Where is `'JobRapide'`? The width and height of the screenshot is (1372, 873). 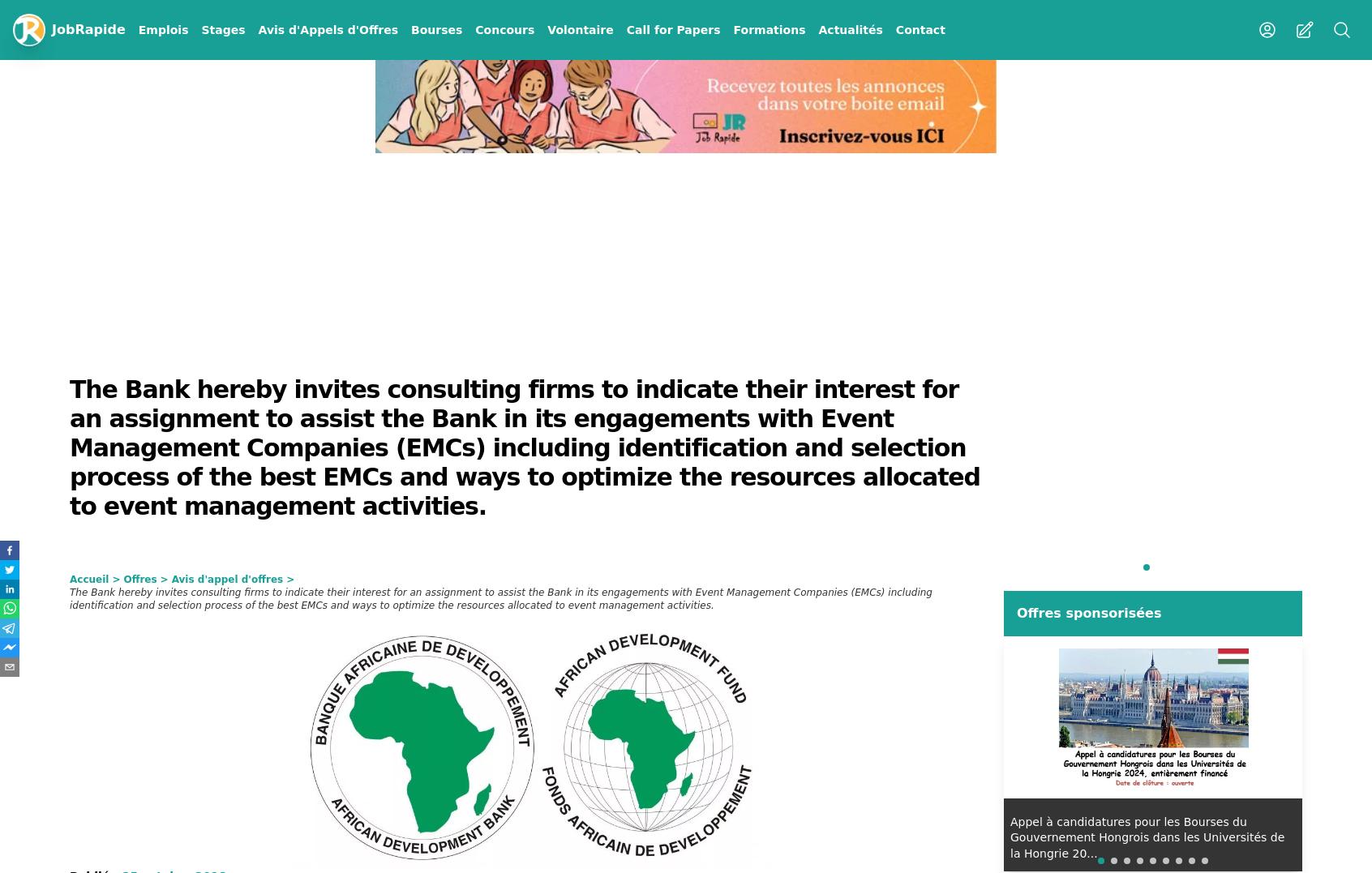
'JobRapide' is located at coordinates (50, 28).